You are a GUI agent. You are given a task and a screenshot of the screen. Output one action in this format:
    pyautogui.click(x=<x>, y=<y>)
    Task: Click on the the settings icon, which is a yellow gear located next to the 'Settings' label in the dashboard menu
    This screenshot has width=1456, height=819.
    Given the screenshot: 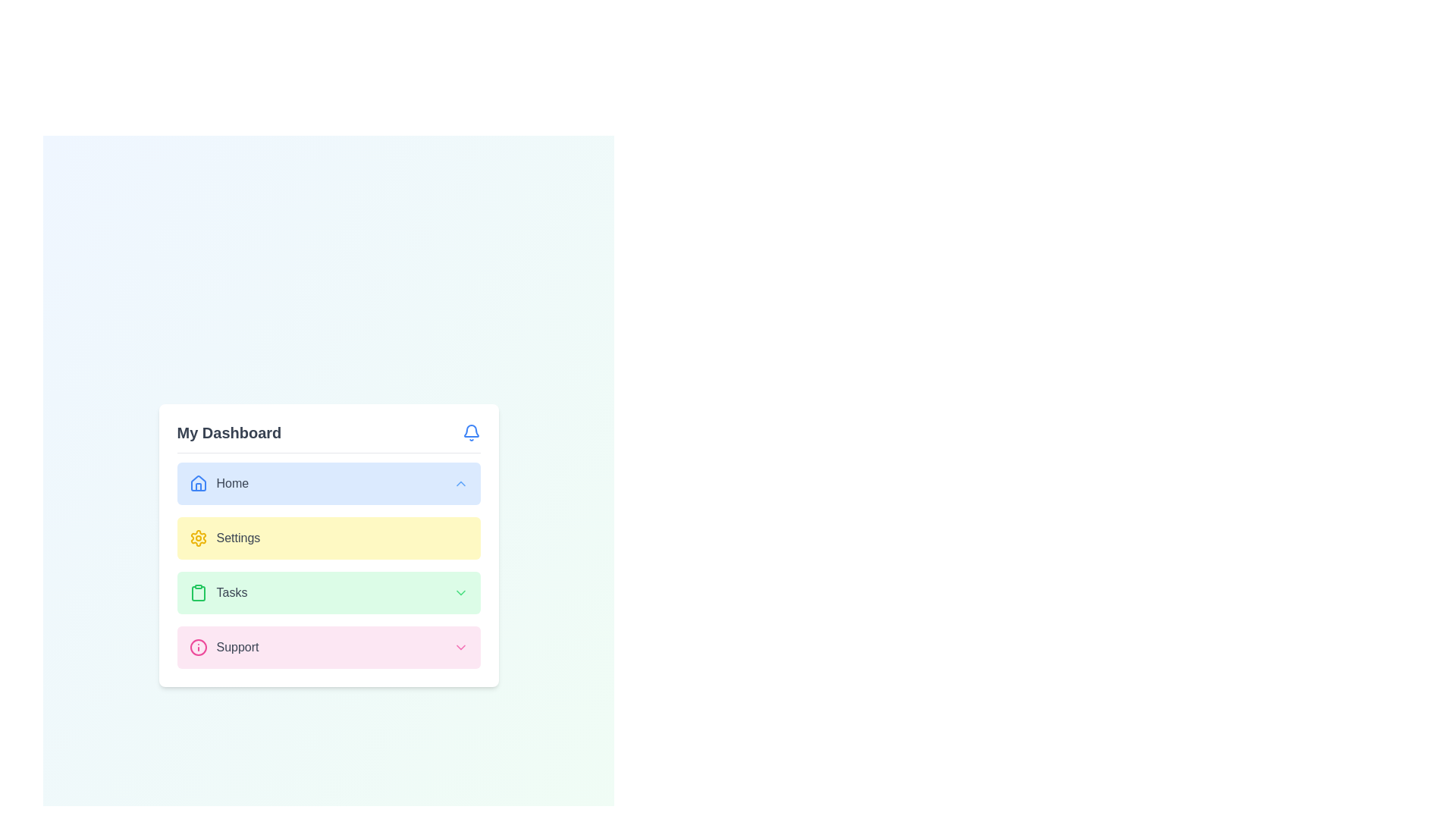 What is the action you would take?
    pyautogui.click(x=197, y=537)
    